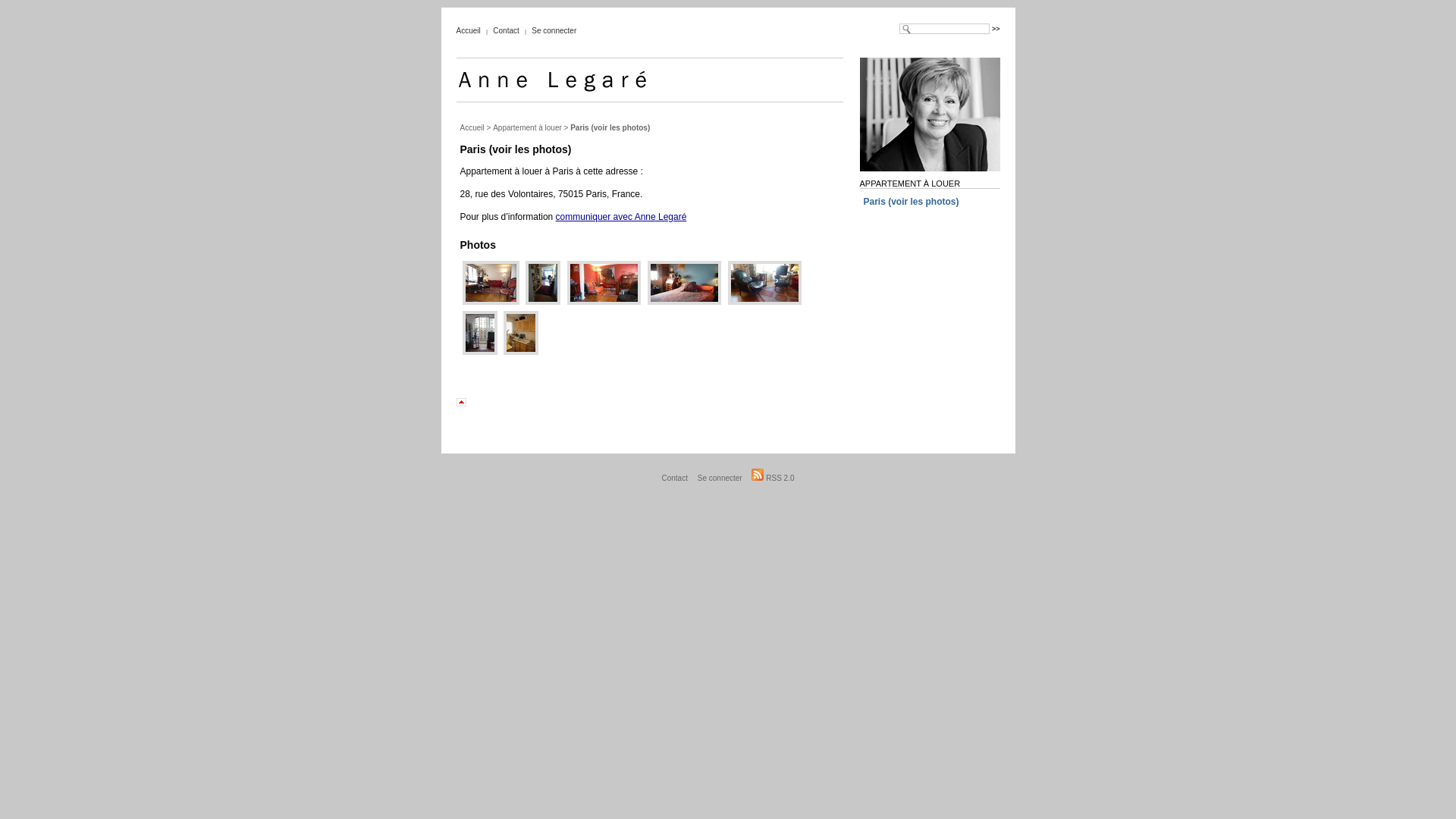  What do you see at coordinates (992, 29) in the screenshot?
I see `'Rechercher'` at bounding box center [992, 29].